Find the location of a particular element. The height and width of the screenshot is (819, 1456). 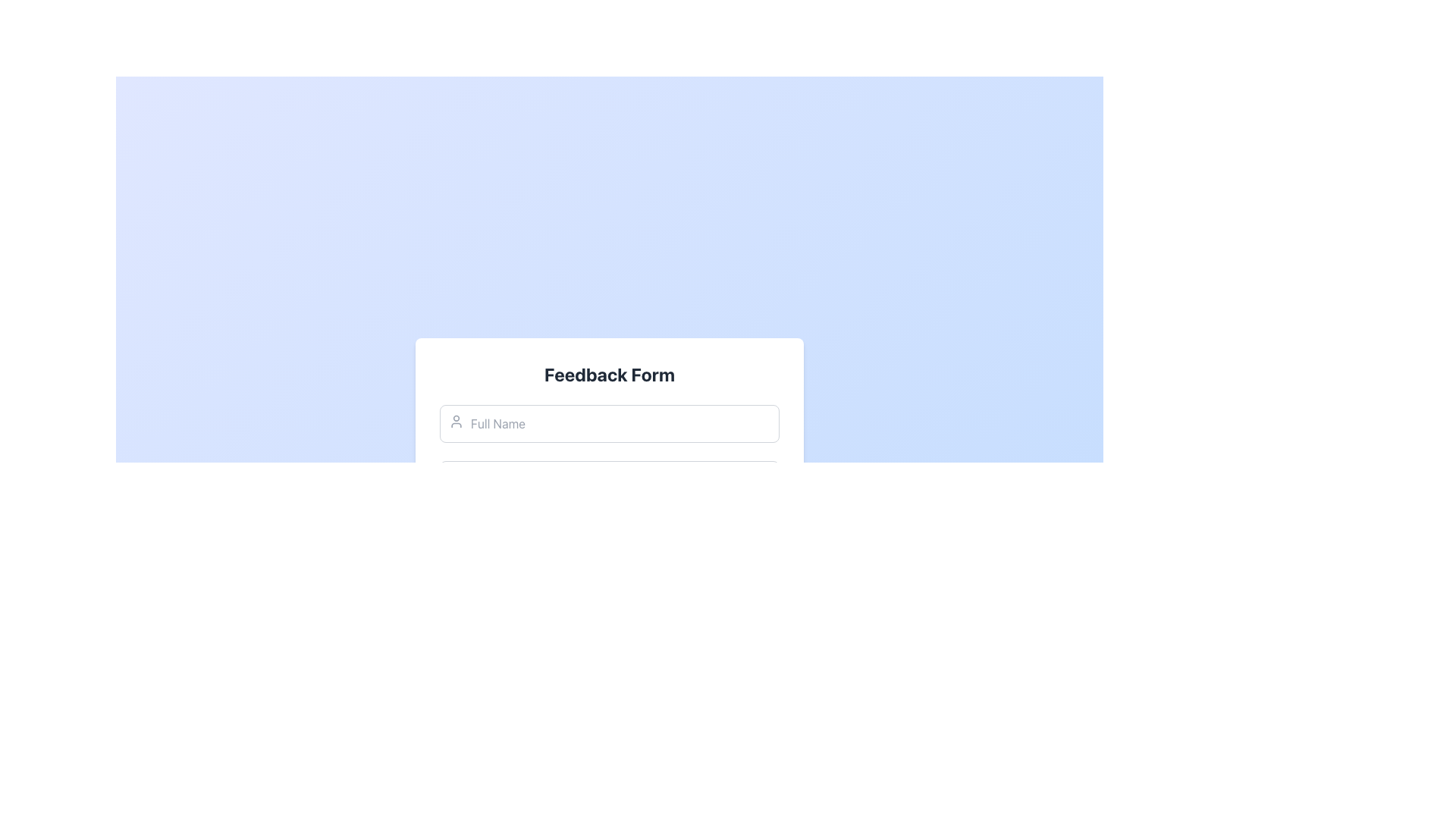

the 'Feedback Form' text which is displayed in bold at the top-center of the feedback form interface is located at coordinates (610, 374).